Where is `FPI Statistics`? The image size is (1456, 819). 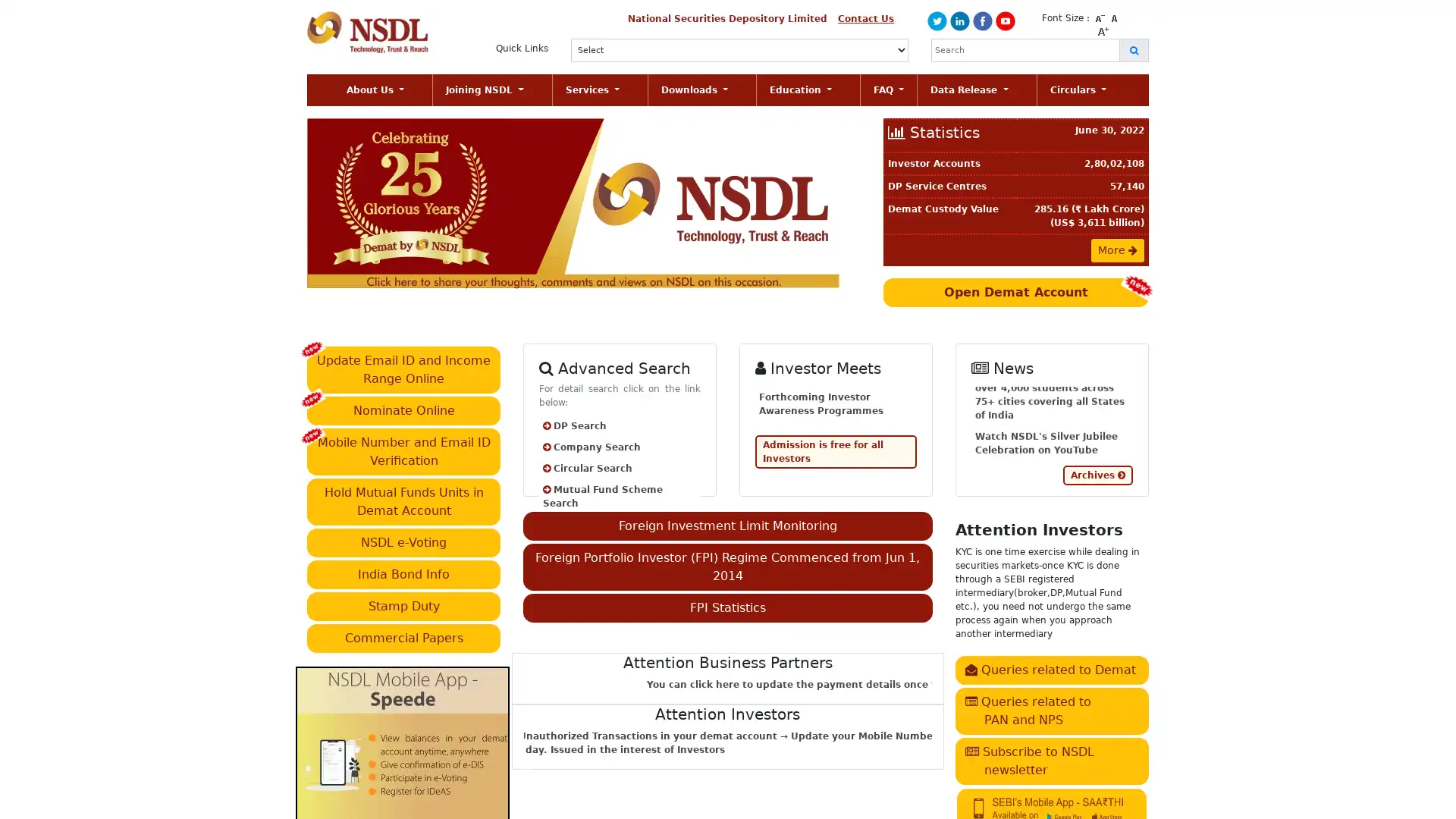 FPI Statistics is located at coordinates (726, 607).